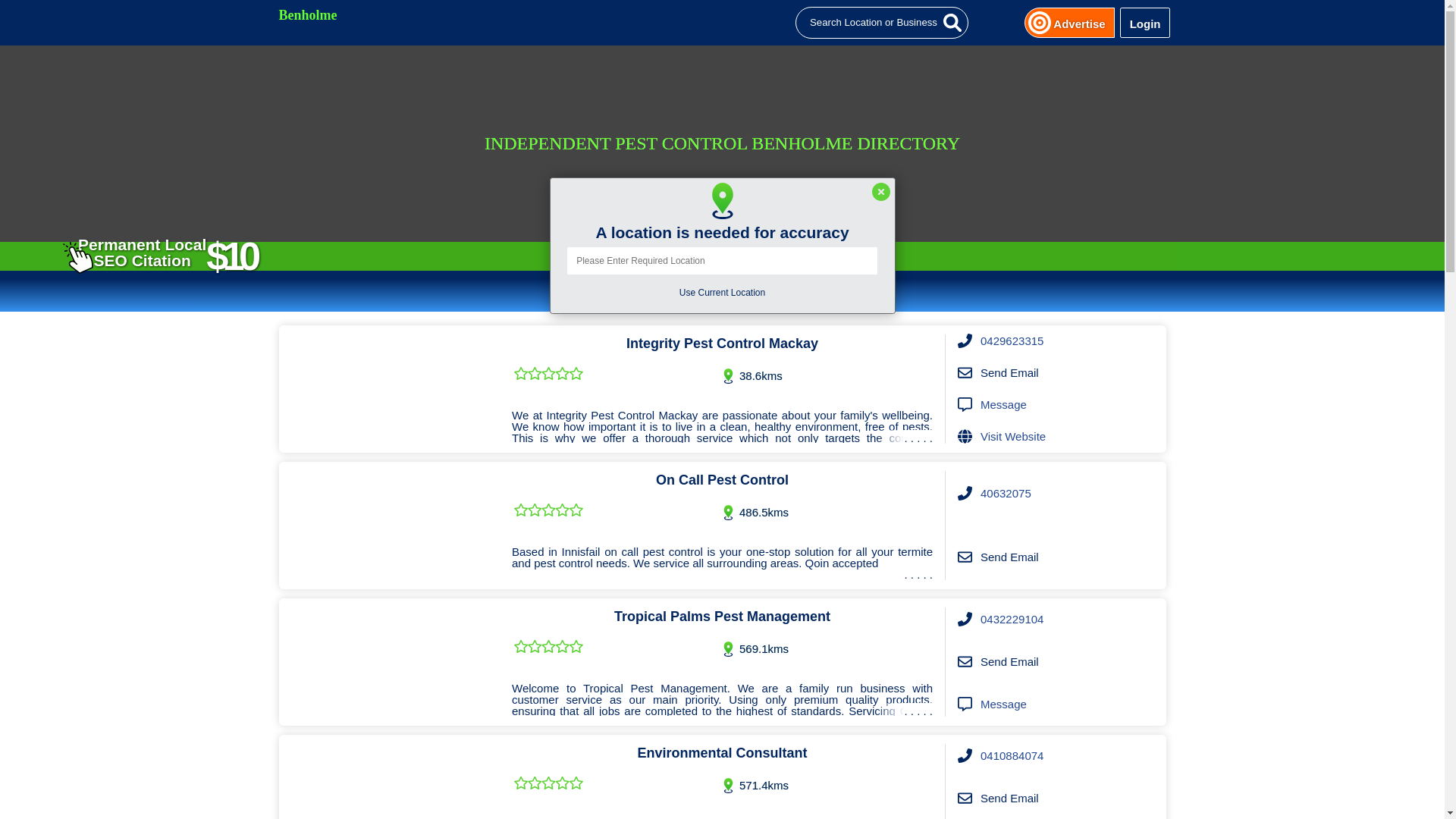 The height and width of the screenshot is (819, 1456). I want to click on '0432229104', so click(1012, 620).